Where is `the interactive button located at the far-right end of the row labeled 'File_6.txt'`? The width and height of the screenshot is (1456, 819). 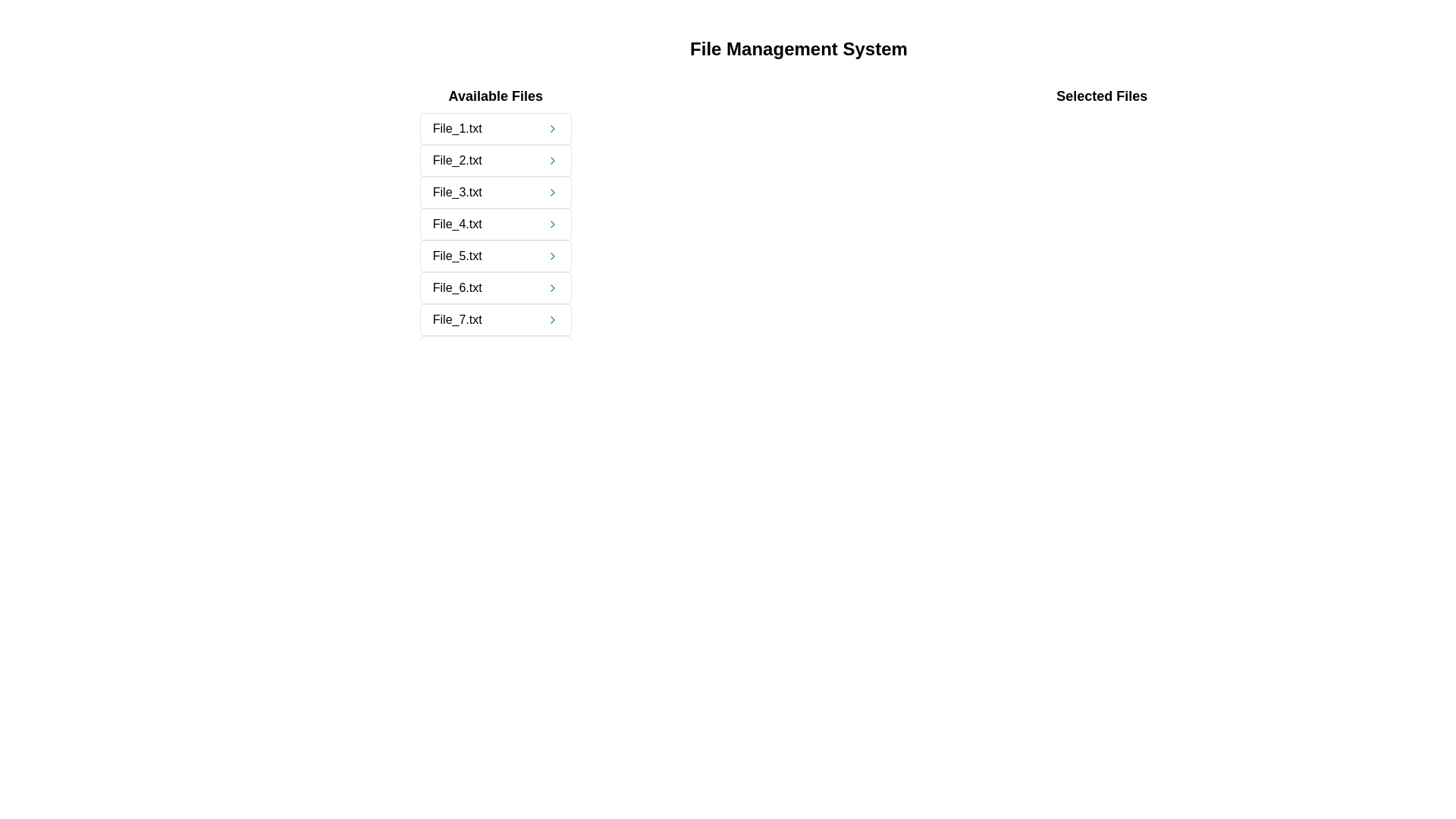 the interactive button located at the far-right end of the row labeled 'File_6.txt' is located at coordinates (551, 288).